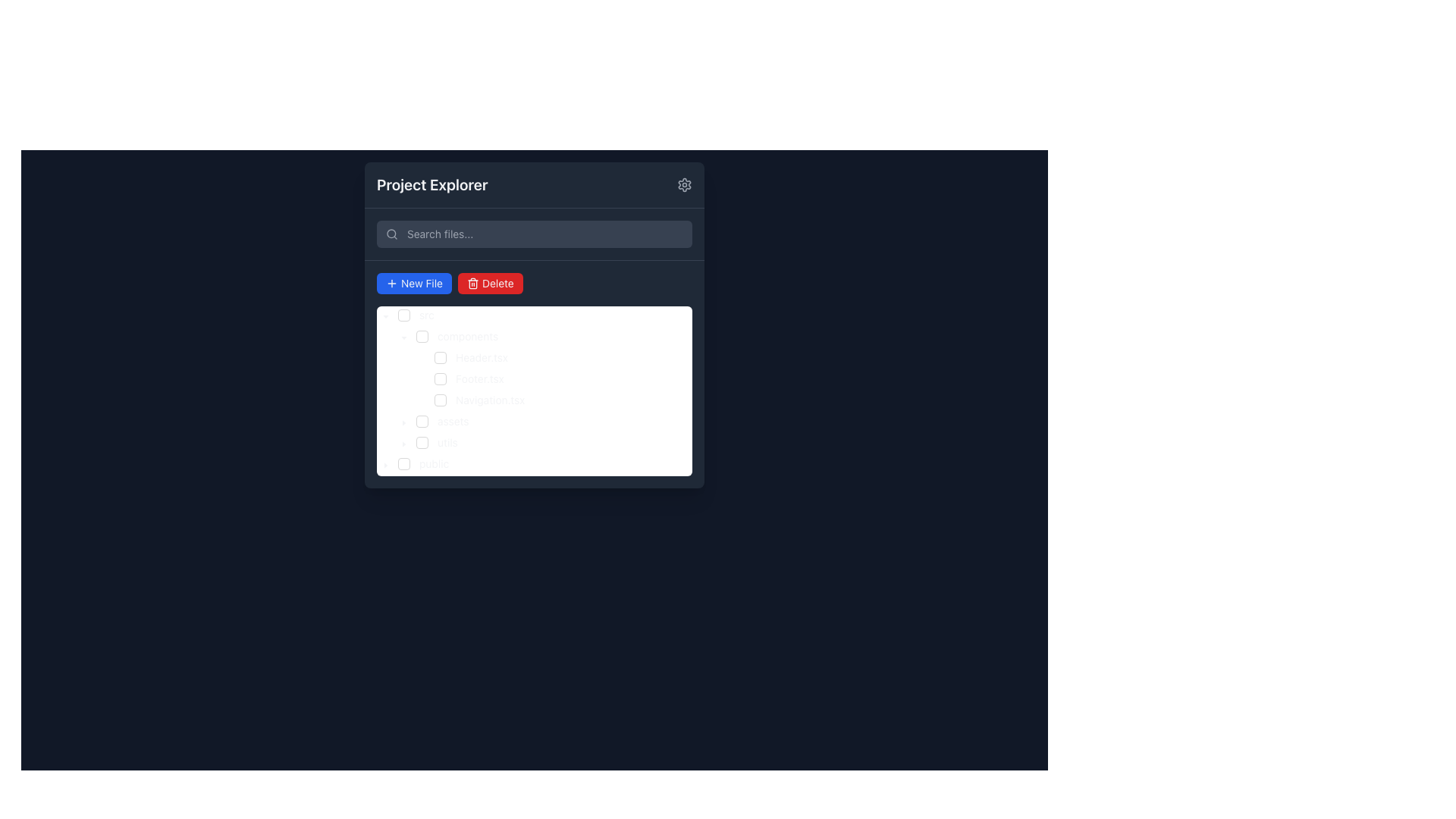 The height and width of the screenshot is (819, 1456). What do you see at coordinates (490, 284) in the screenshot?
I see `the 'Delete' button located` at bounding box center [490, 284].